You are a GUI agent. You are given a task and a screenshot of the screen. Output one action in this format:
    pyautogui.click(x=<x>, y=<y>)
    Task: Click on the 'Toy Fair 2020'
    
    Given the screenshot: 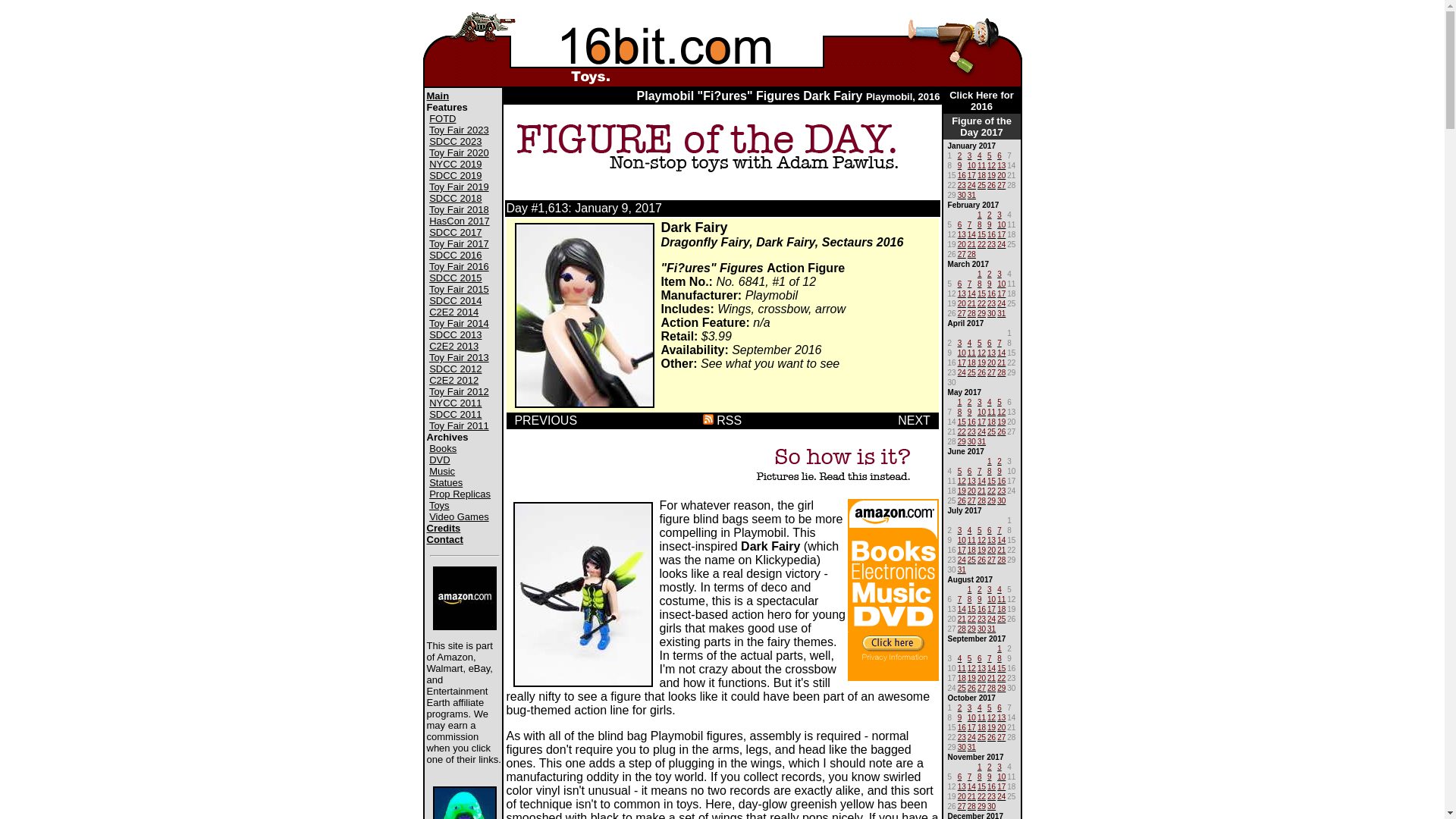 What is the action you would take?
    pyautogui.click(x=458, y=152)
    